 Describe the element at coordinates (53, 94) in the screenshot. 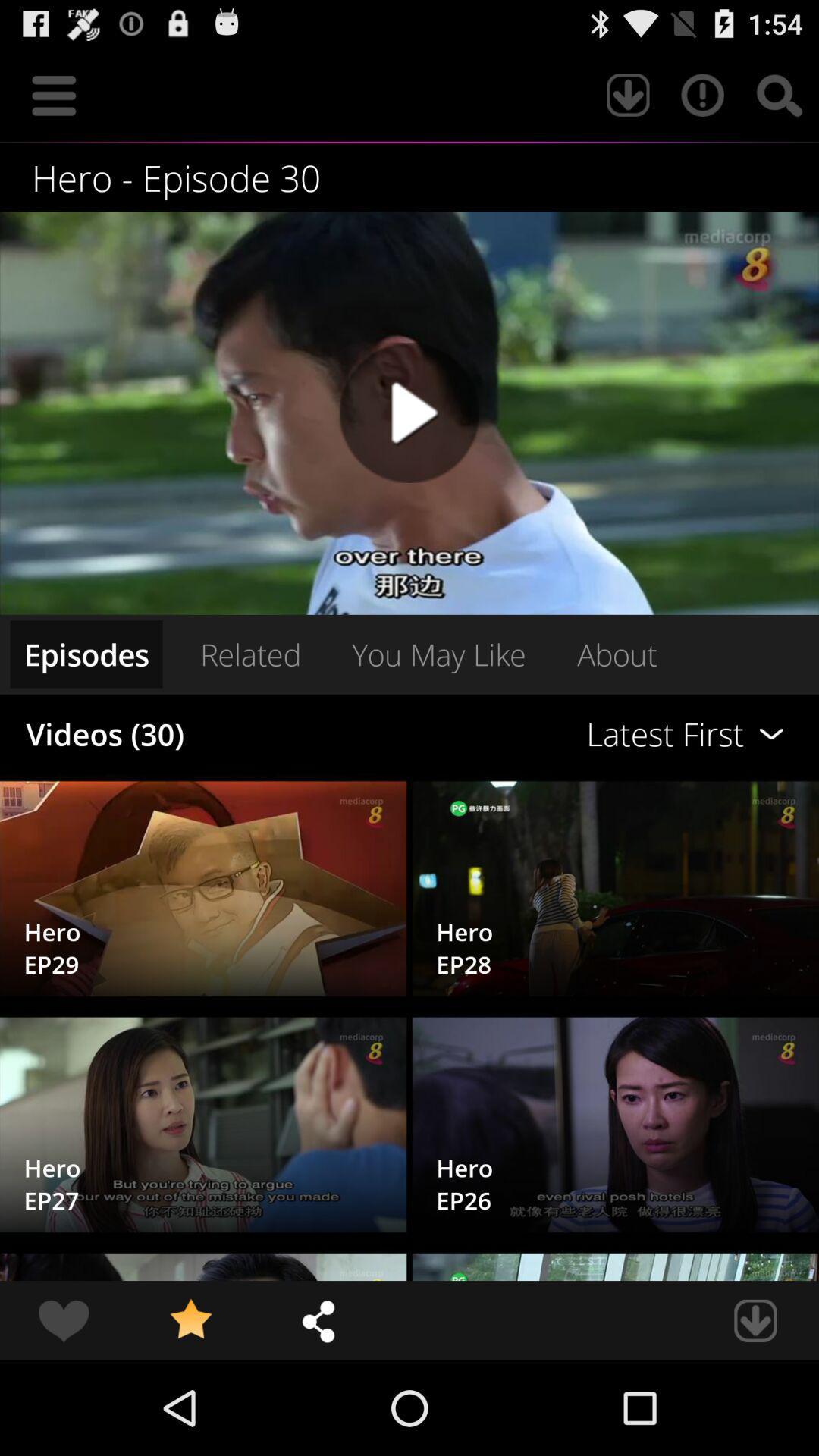

I see `icon above the hero - episode 30 icon` at that location.